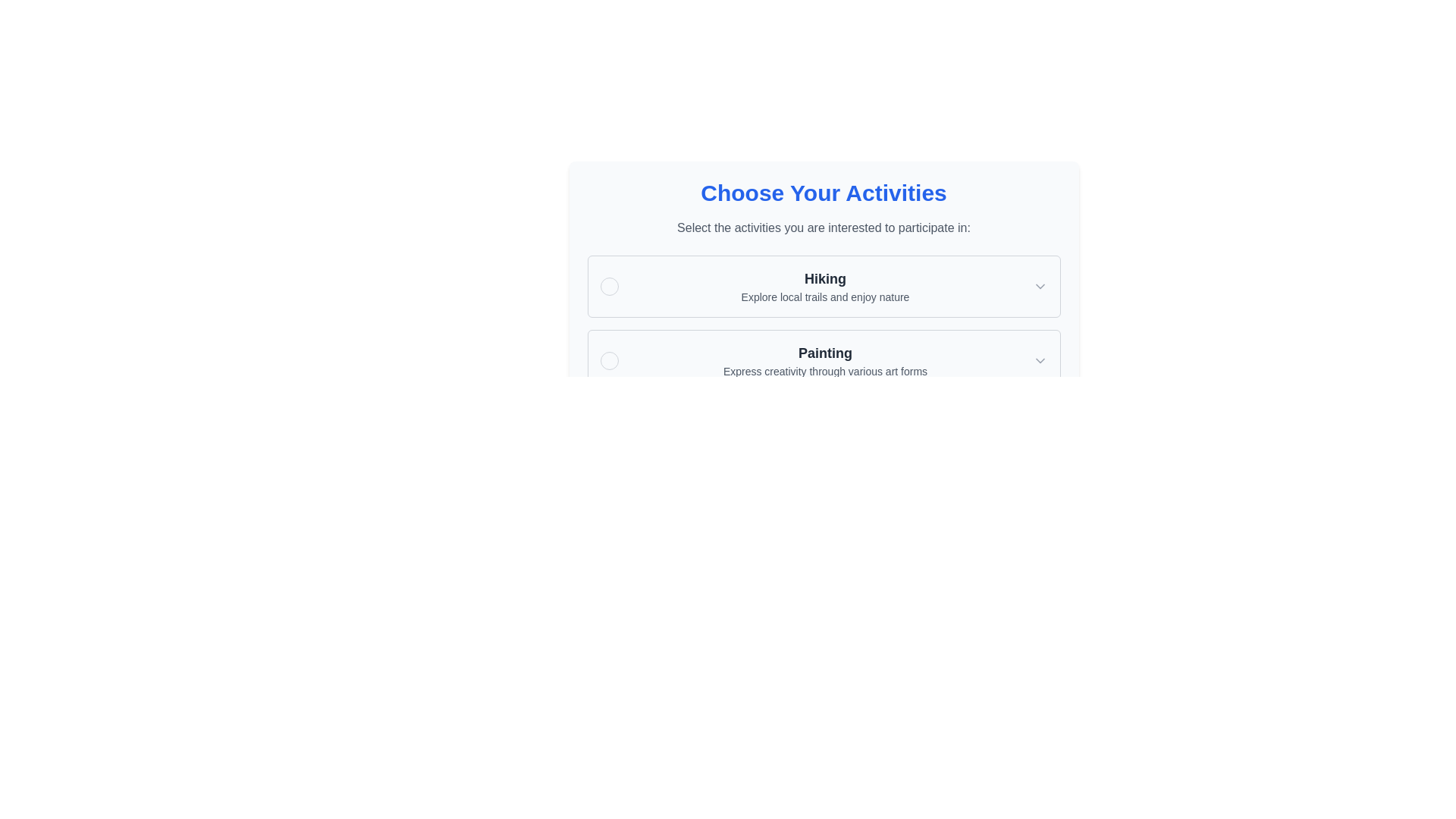 The width and height of the screenshot is (1456, 819). Describe the element at coordinates (1039, 287) in the screenshot. I see `the chevron icon located at the far right of the 'Hiking' card` at that location.